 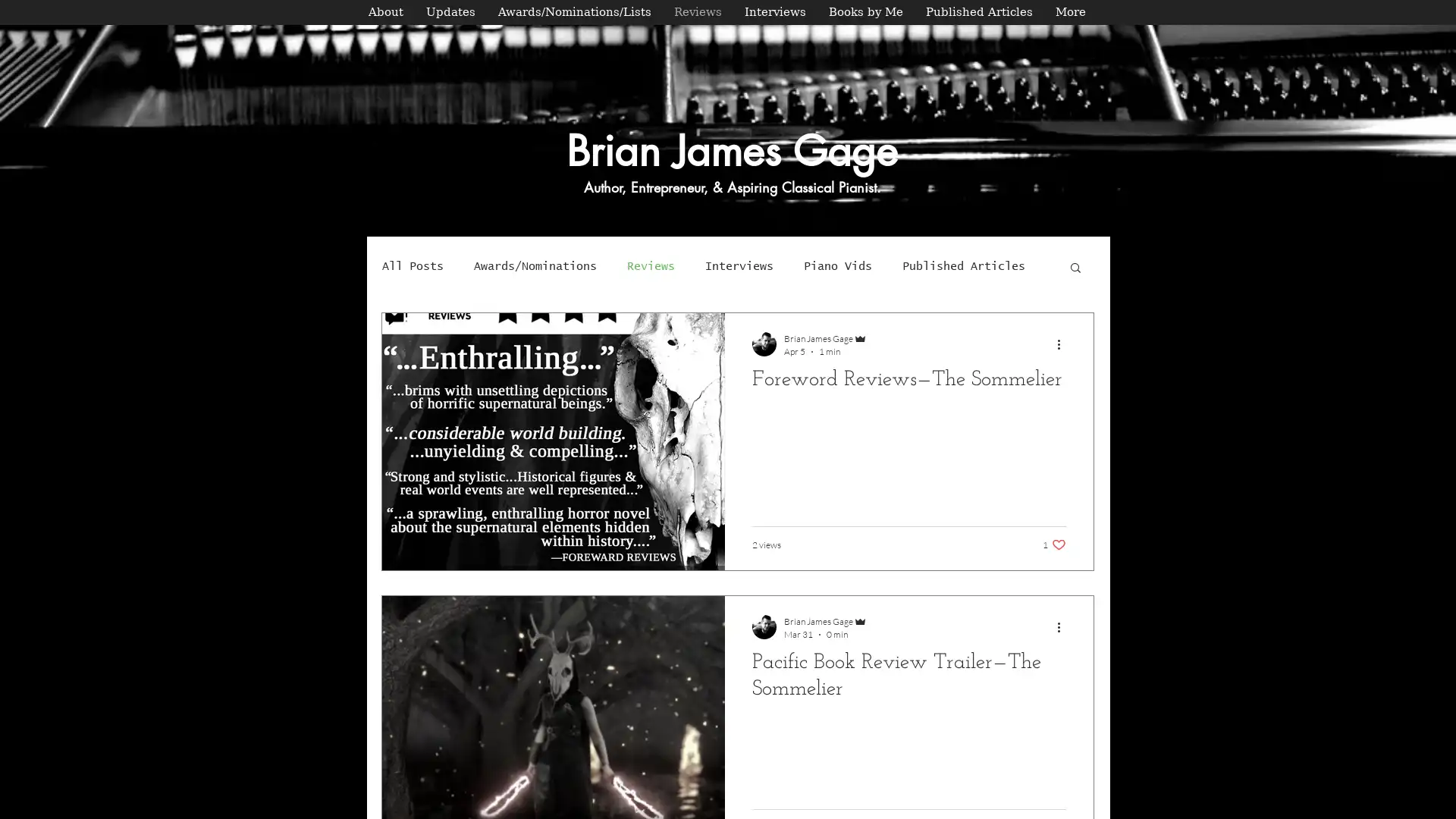 What do you see at coordinates (651, 265) in the screenshot?
I see `Reviews` at bounding box center [651, 265].